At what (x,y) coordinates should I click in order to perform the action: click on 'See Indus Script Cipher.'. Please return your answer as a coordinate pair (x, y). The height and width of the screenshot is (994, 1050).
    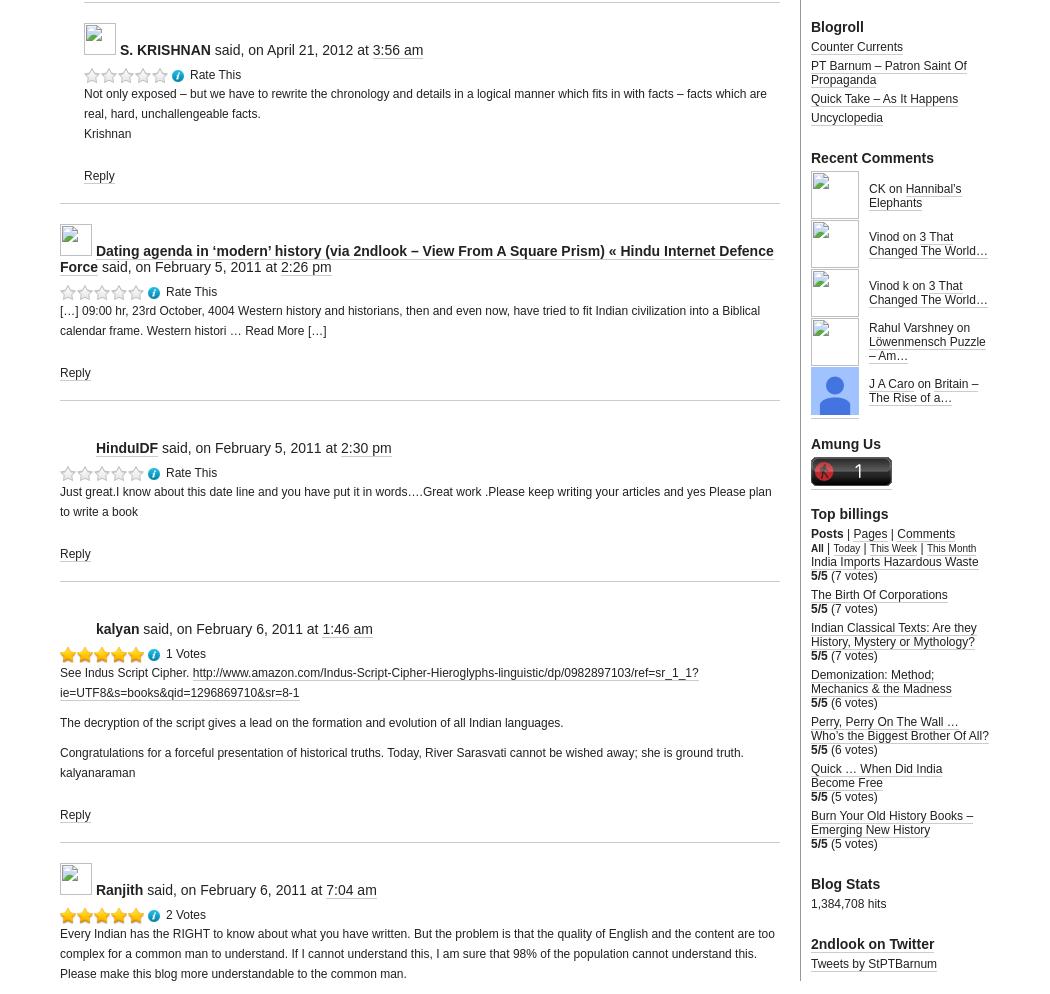
    Looking at the image, I should click on (125, 673).